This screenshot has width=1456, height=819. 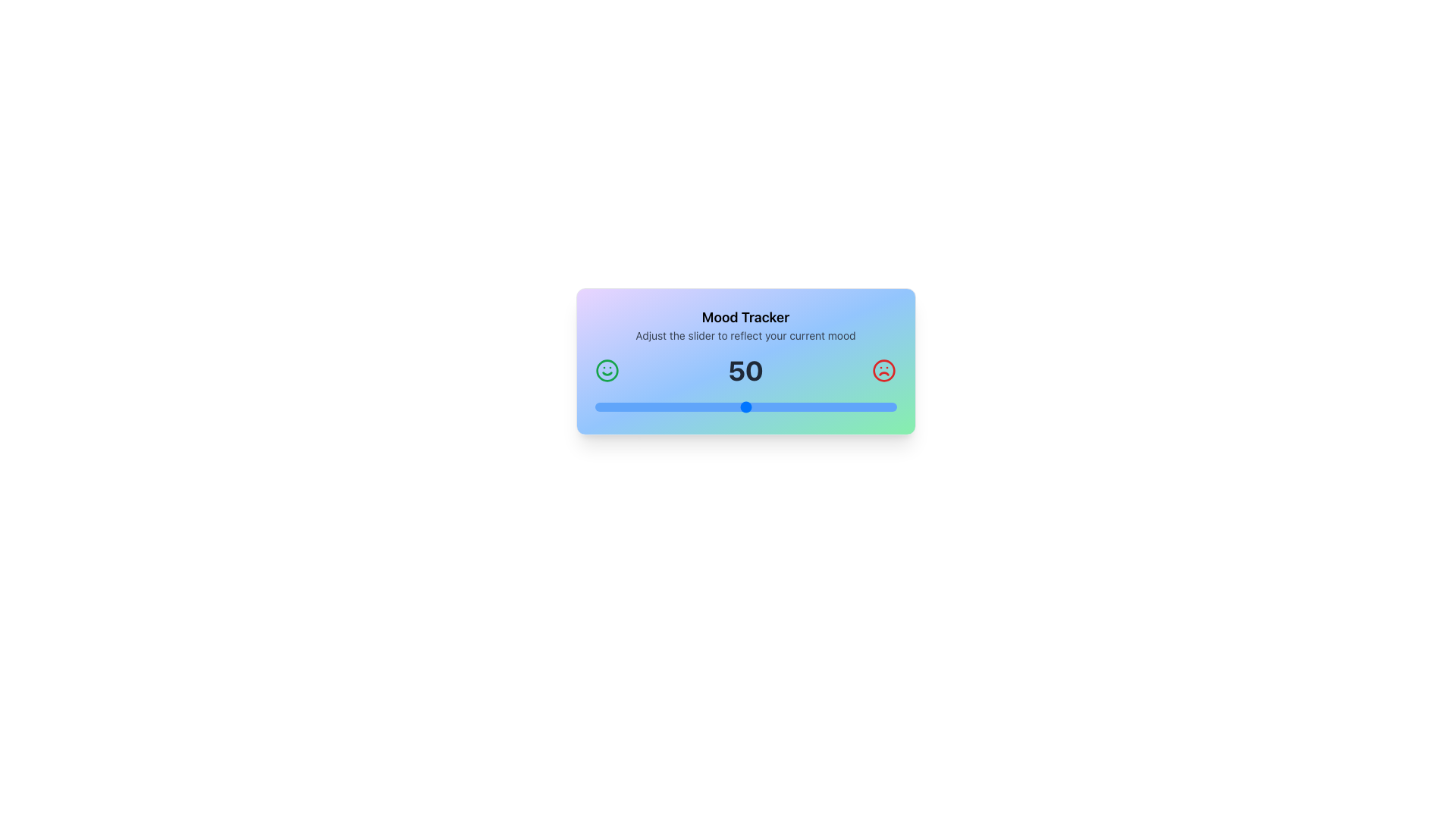 I want to click on the mood slider value, so click(x=603, y=406).